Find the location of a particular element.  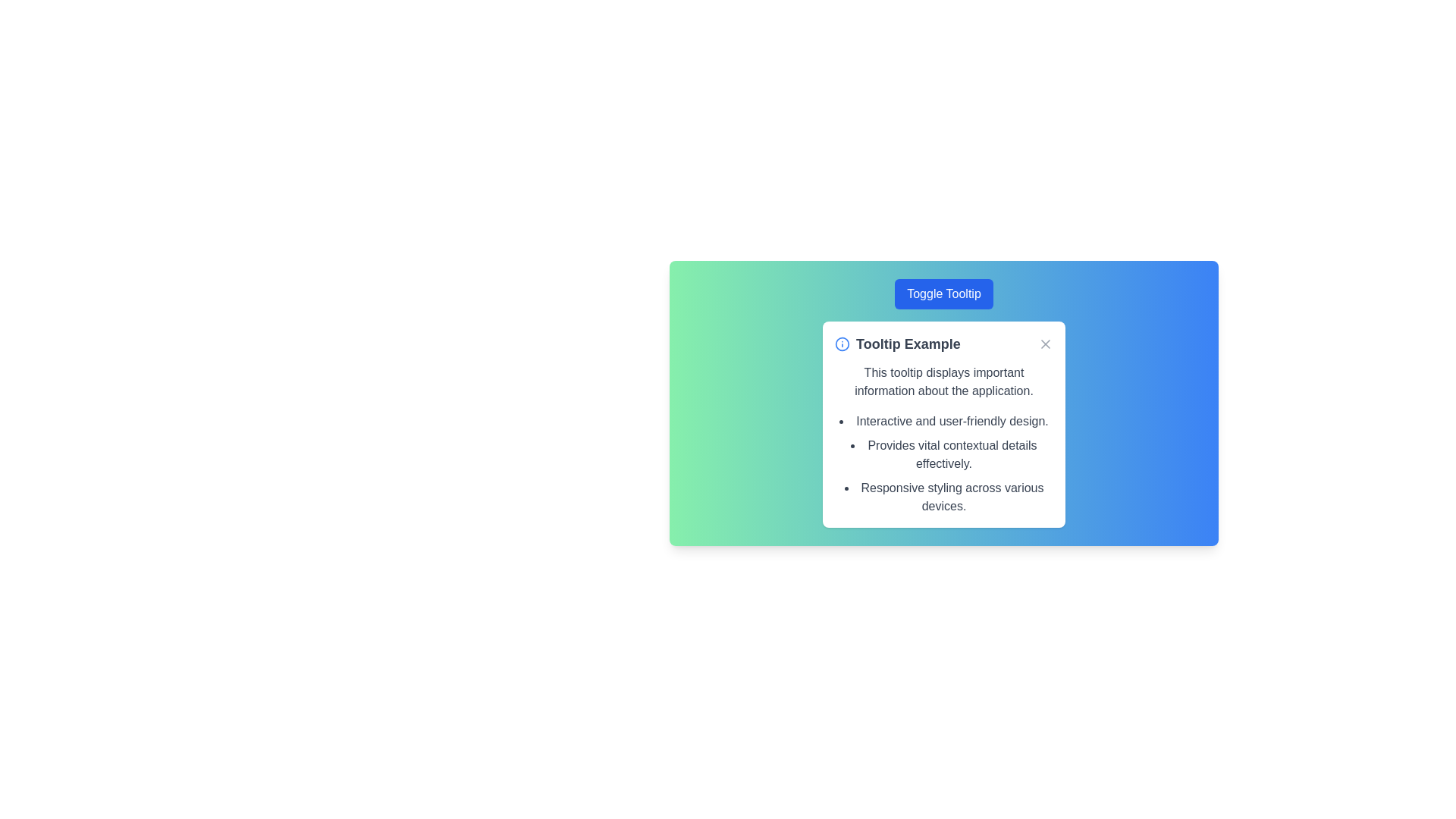

the blue and white outlined SVG Circle Graphic located in the upper-left corner of the tooltip box next to the title text 'Tooltip Example' is located at coordinates (841, 344).